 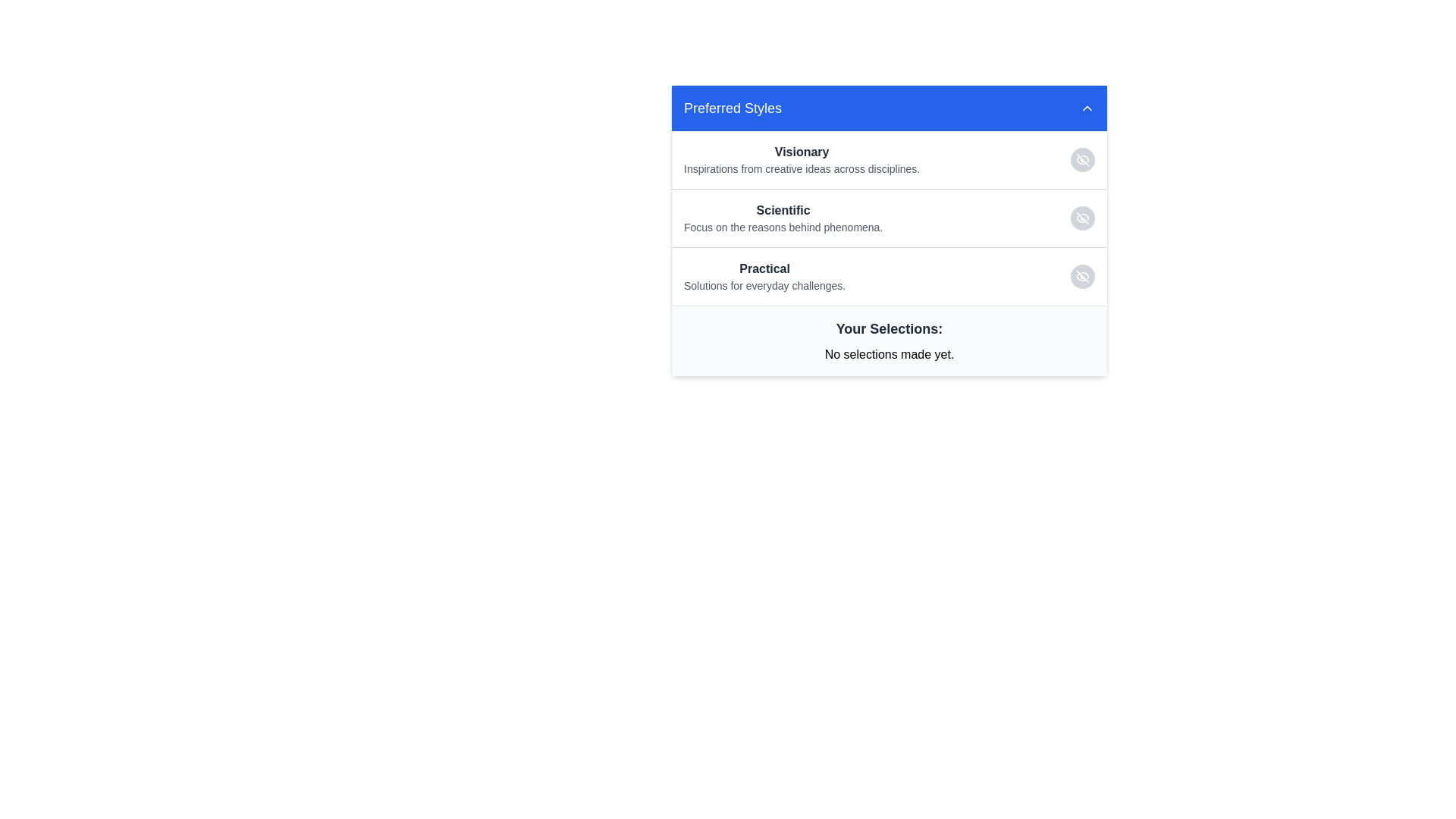 I want to click on the descriptive subtitle text for the 'Practical' category within the 'Preferred Styles' list, located in the third row, so click(x=764, y=286).